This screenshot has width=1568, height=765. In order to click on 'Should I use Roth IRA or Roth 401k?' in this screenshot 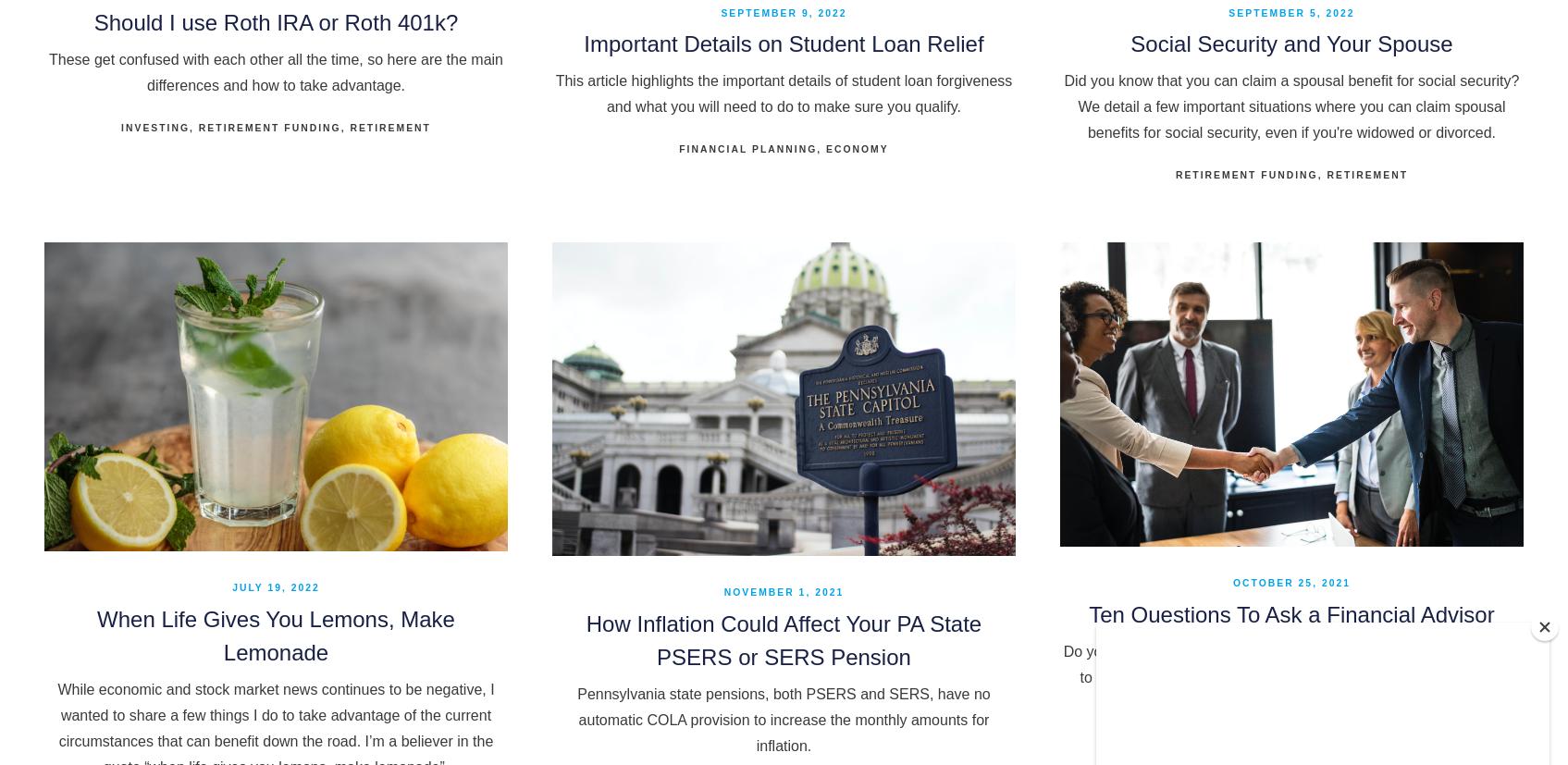, I will do `click(275, 21)`.